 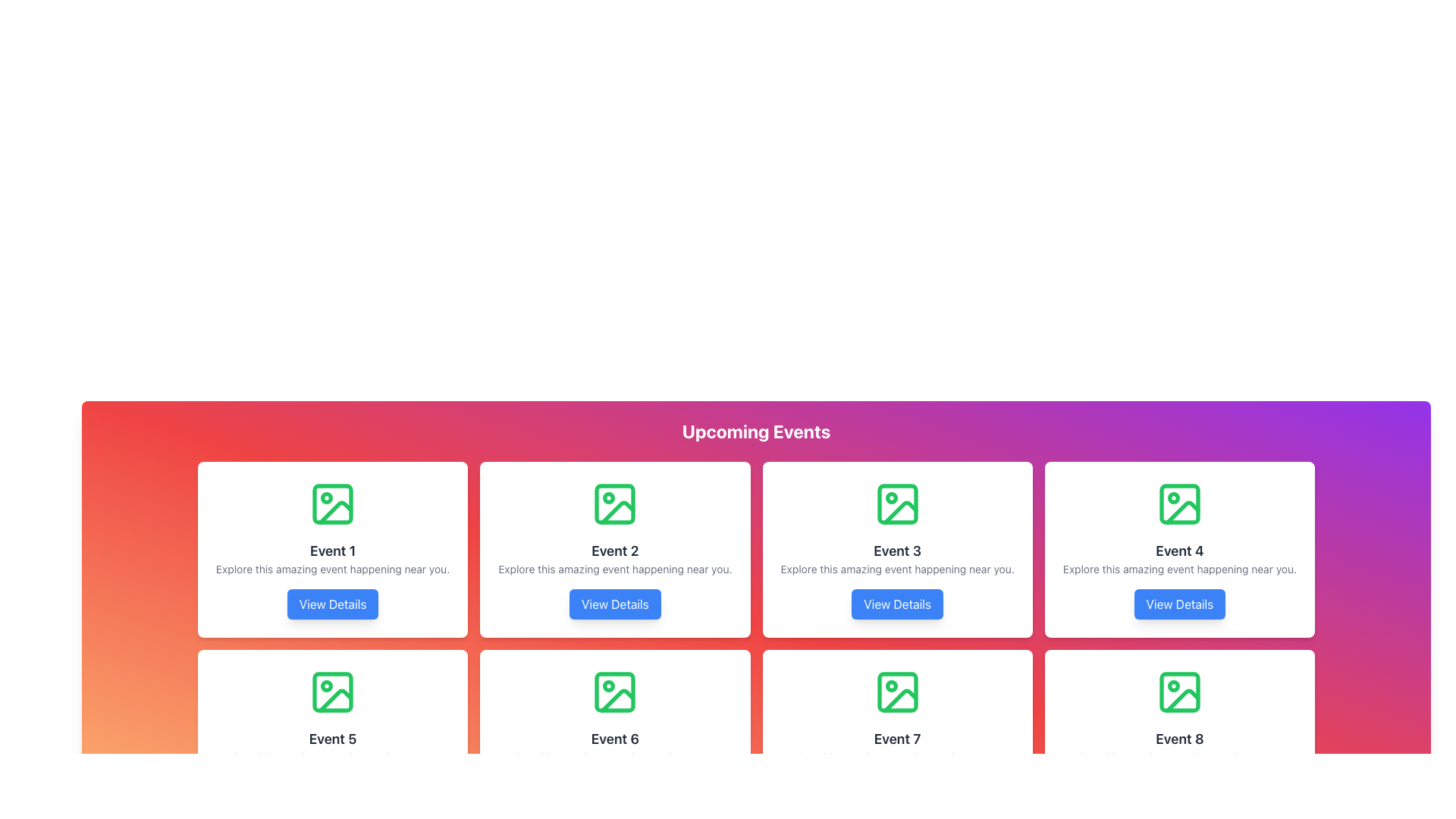 I want to click on the Decorative SVG Element located within the picture icon of the 'Event 2' card, positioned in the top row, second column of the grid layout, so click(x=609, y=497).